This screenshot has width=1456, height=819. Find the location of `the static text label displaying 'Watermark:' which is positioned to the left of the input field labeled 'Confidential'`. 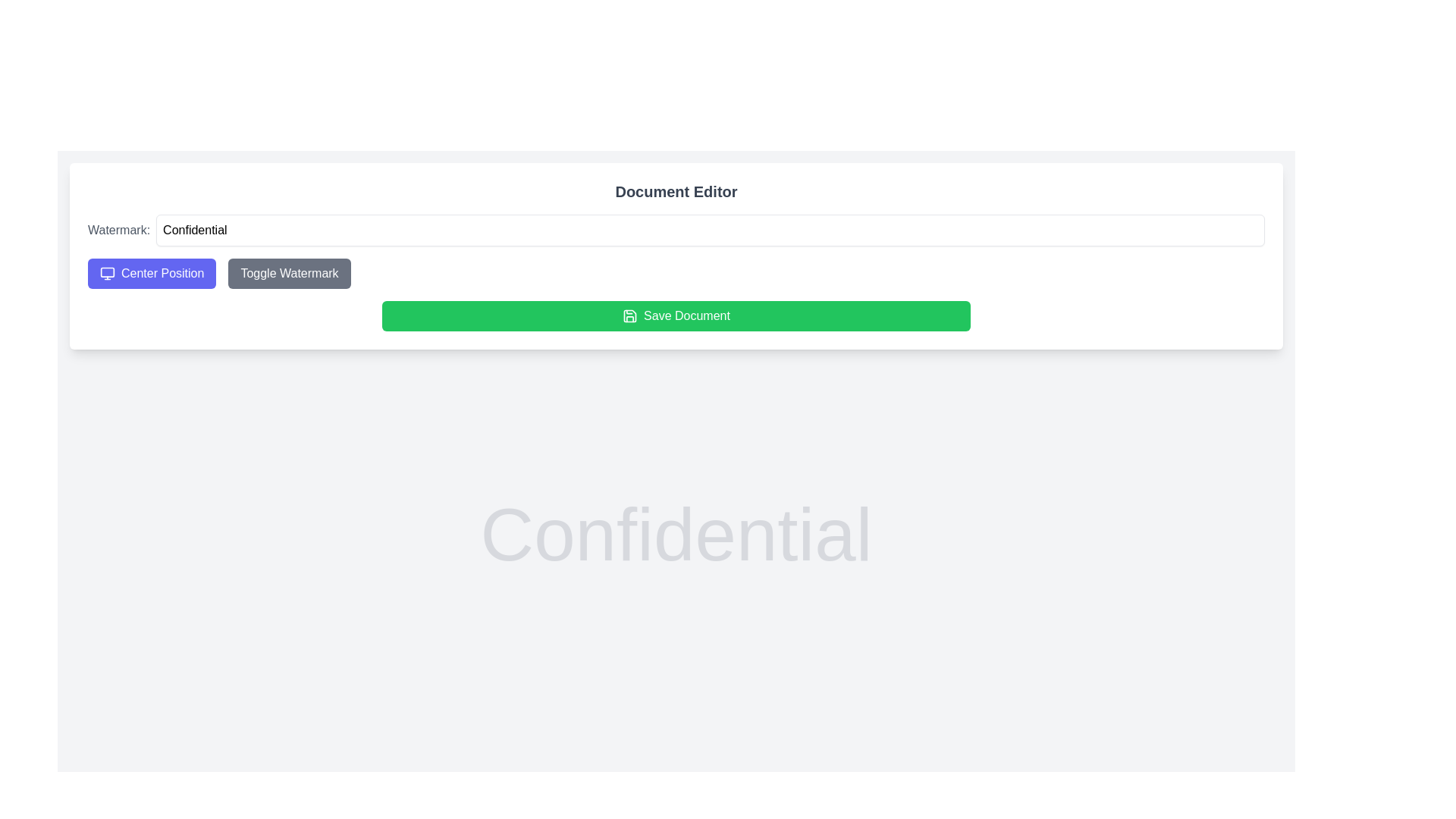

the static text label displaying 'Watermark:' which is positioned to the left of the input field labeled 'Confidential' is located at coordinates (118, 231).